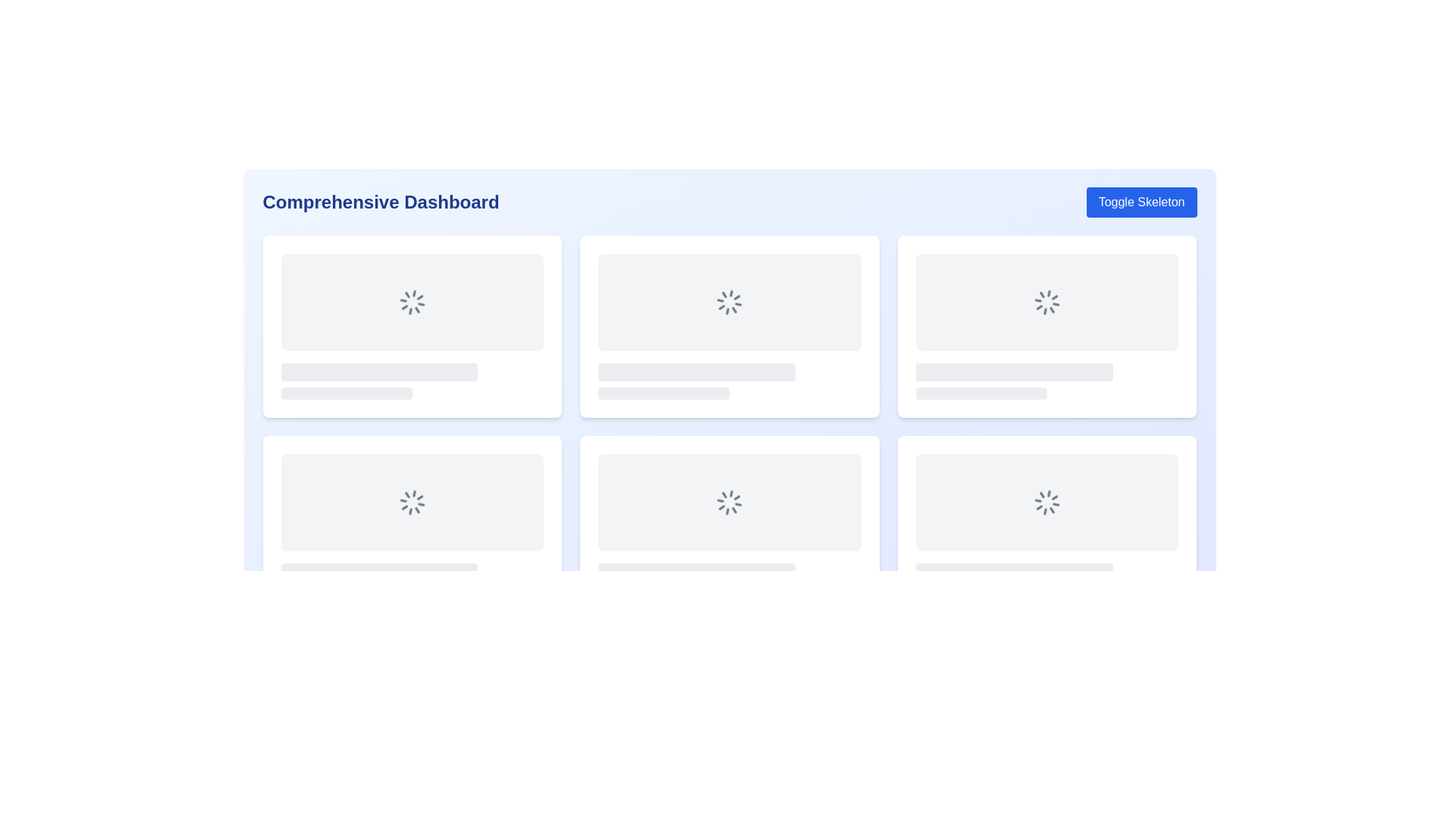 This screenshot has height=819, width=1456. I want to click on the loading indicator, which is a spinner animation indicating ongoing activity, located in the second column of the top row of a grid layout, so click(730, 302).